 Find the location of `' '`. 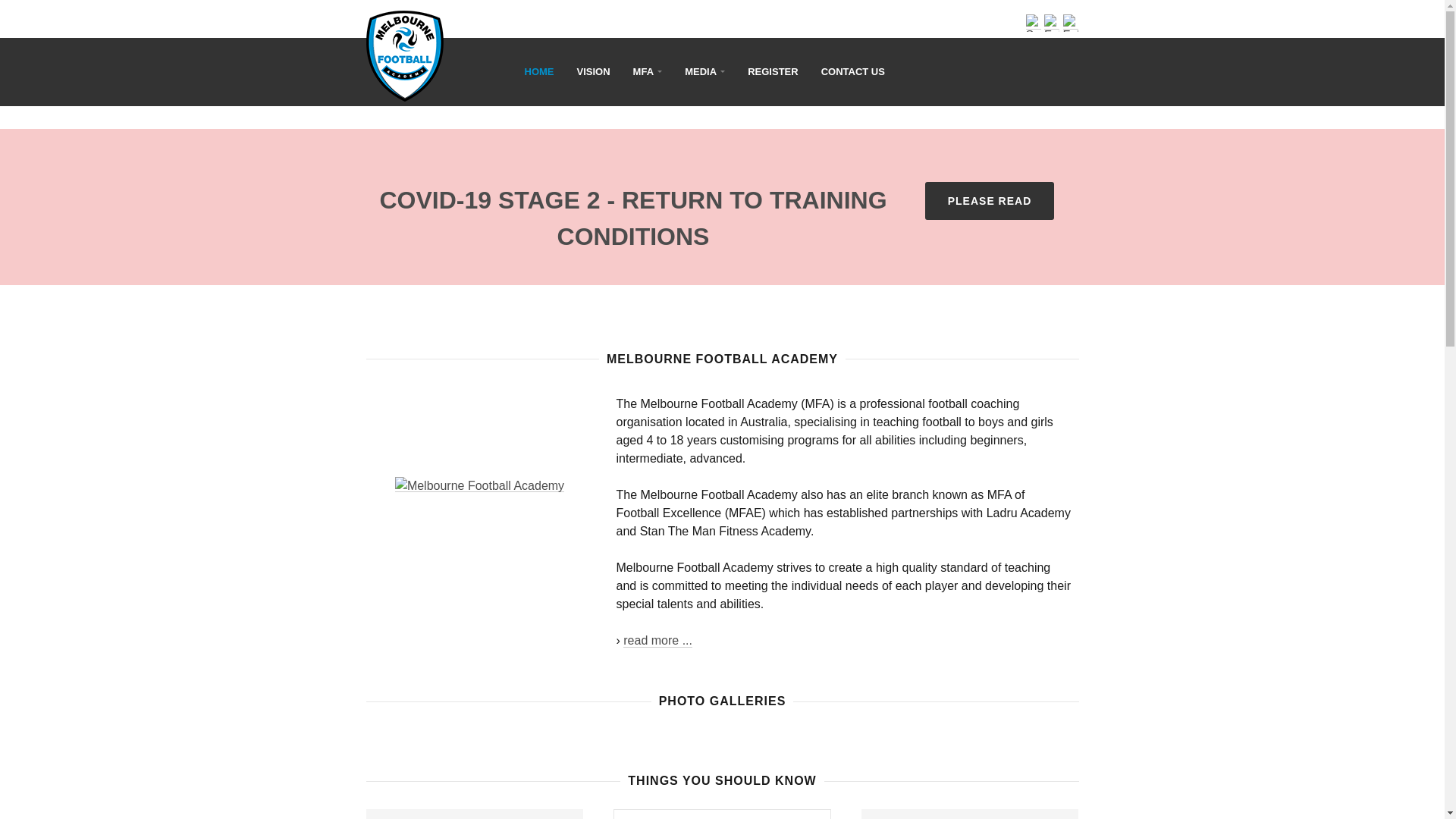

' ' is located at coordinates (460, 45).